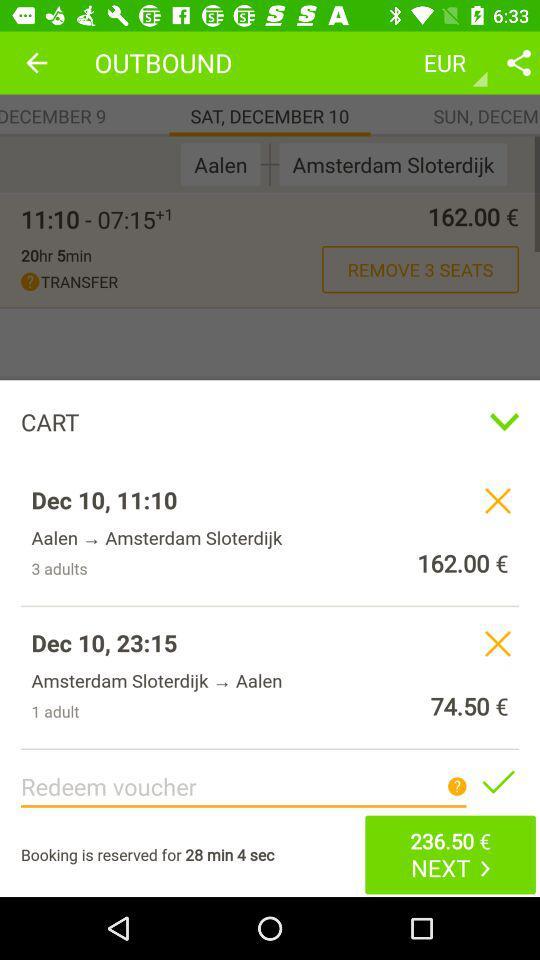 The height and width of the screenshot is (960, 540). What do you see at coordinates (496, 781) in the screenshot?
I see `the article` at bounding box center [496, 781].